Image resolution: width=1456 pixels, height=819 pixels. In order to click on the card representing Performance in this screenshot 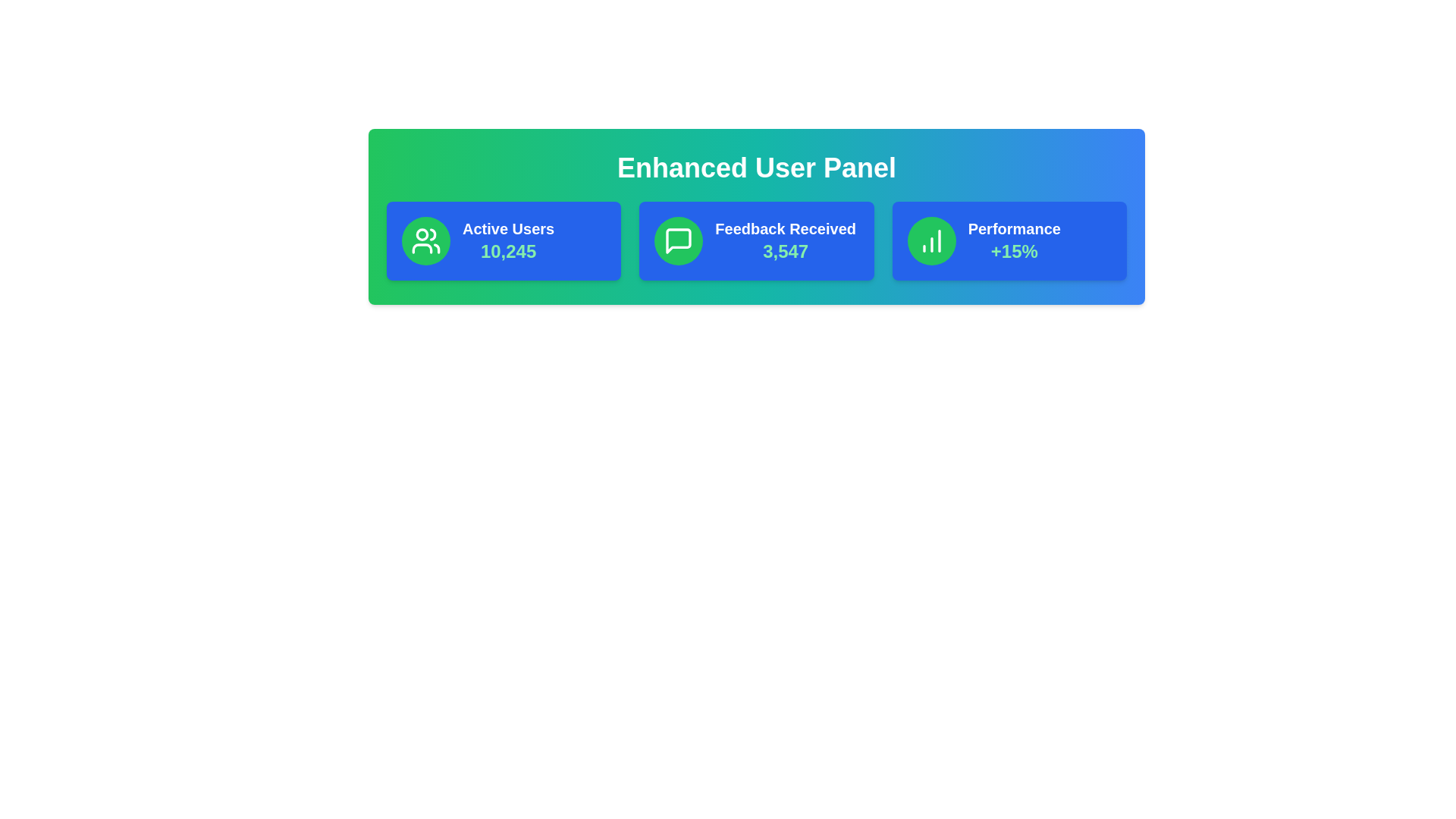, I will do `click(1009, 240)`.